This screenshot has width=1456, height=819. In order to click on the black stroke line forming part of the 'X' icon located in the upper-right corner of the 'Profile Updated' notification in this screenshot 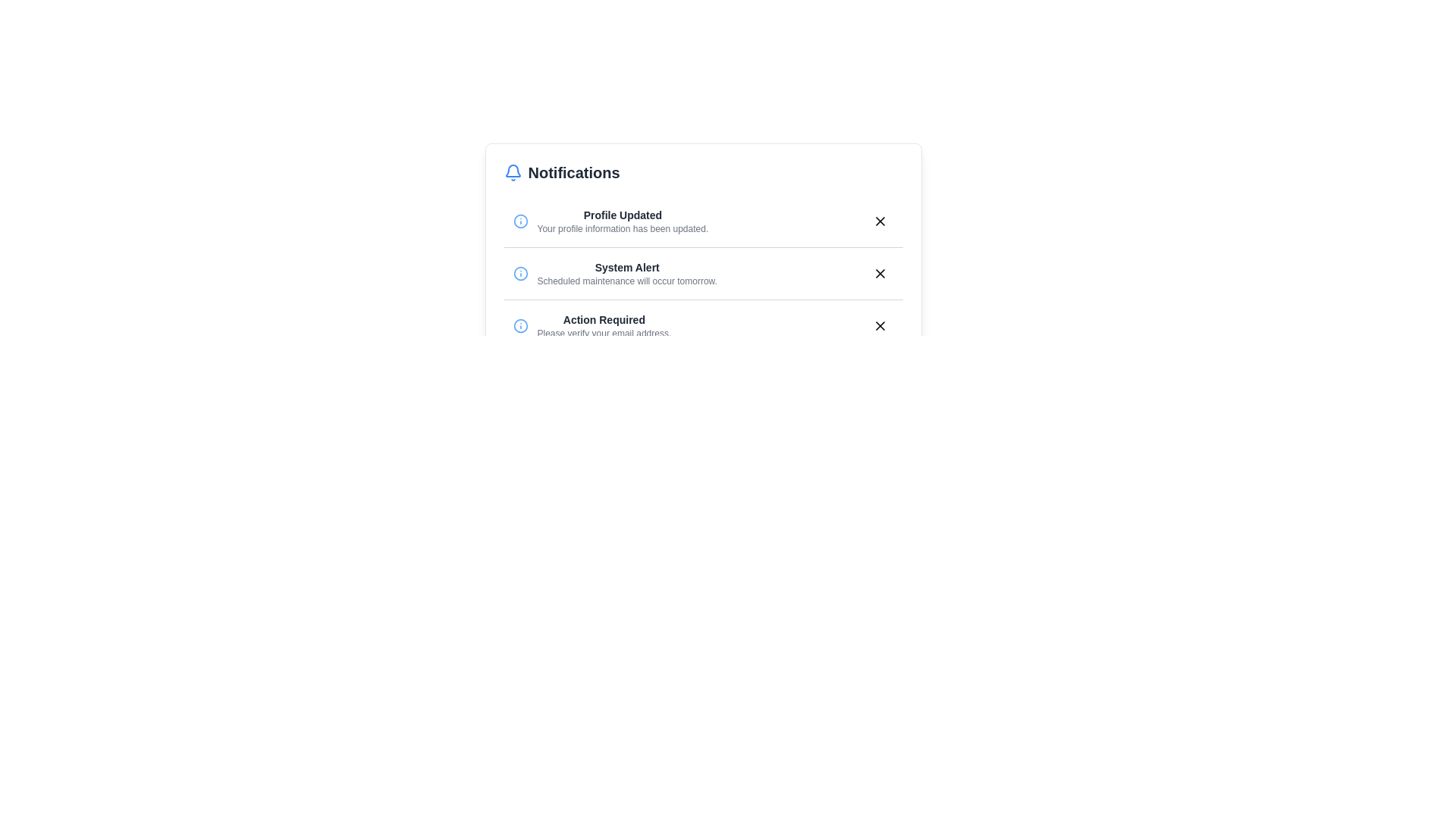, I will do `click(880, 221)`.